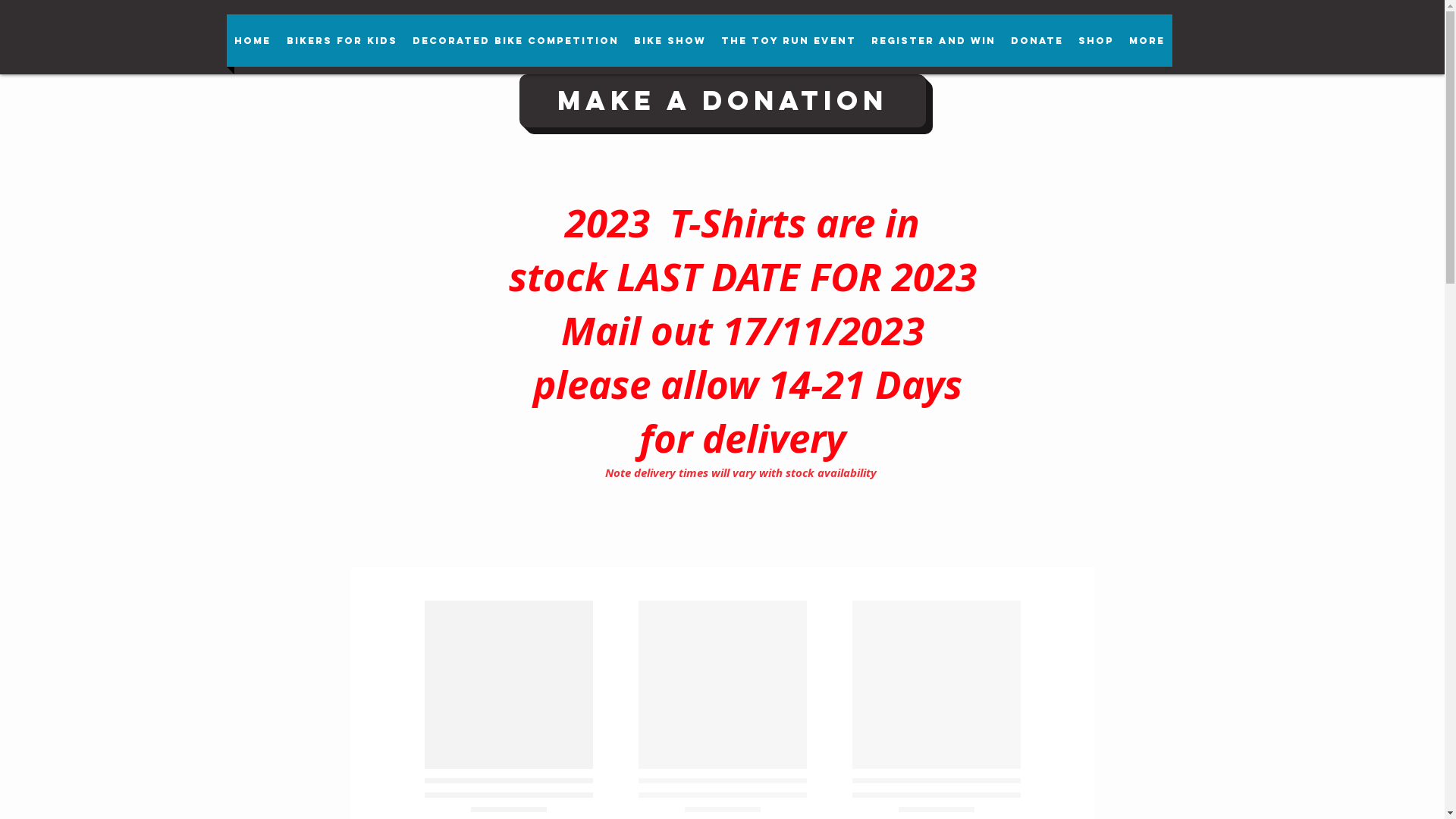 The width and height of the screenshot is (1456, 819). I want to click on 'Bikers For Kids', so click(341, 39).